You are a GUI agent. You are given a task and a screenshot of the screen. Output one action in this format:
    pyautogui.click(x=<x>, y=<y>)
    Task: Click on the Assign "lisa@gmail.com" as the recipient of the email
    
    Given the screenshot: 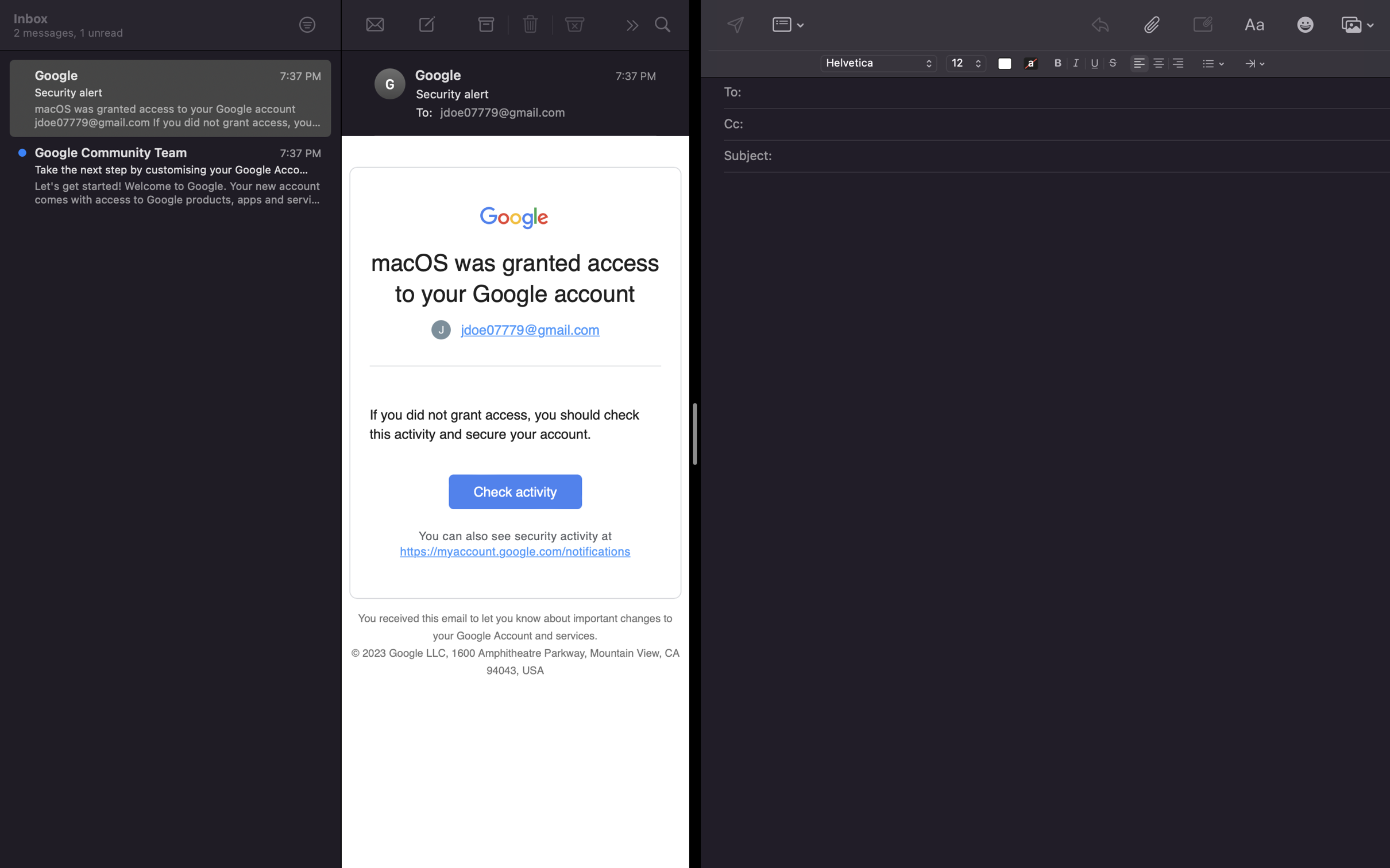 What is the action you would take?
    pyautogui.click(x=1065, y=93)
    